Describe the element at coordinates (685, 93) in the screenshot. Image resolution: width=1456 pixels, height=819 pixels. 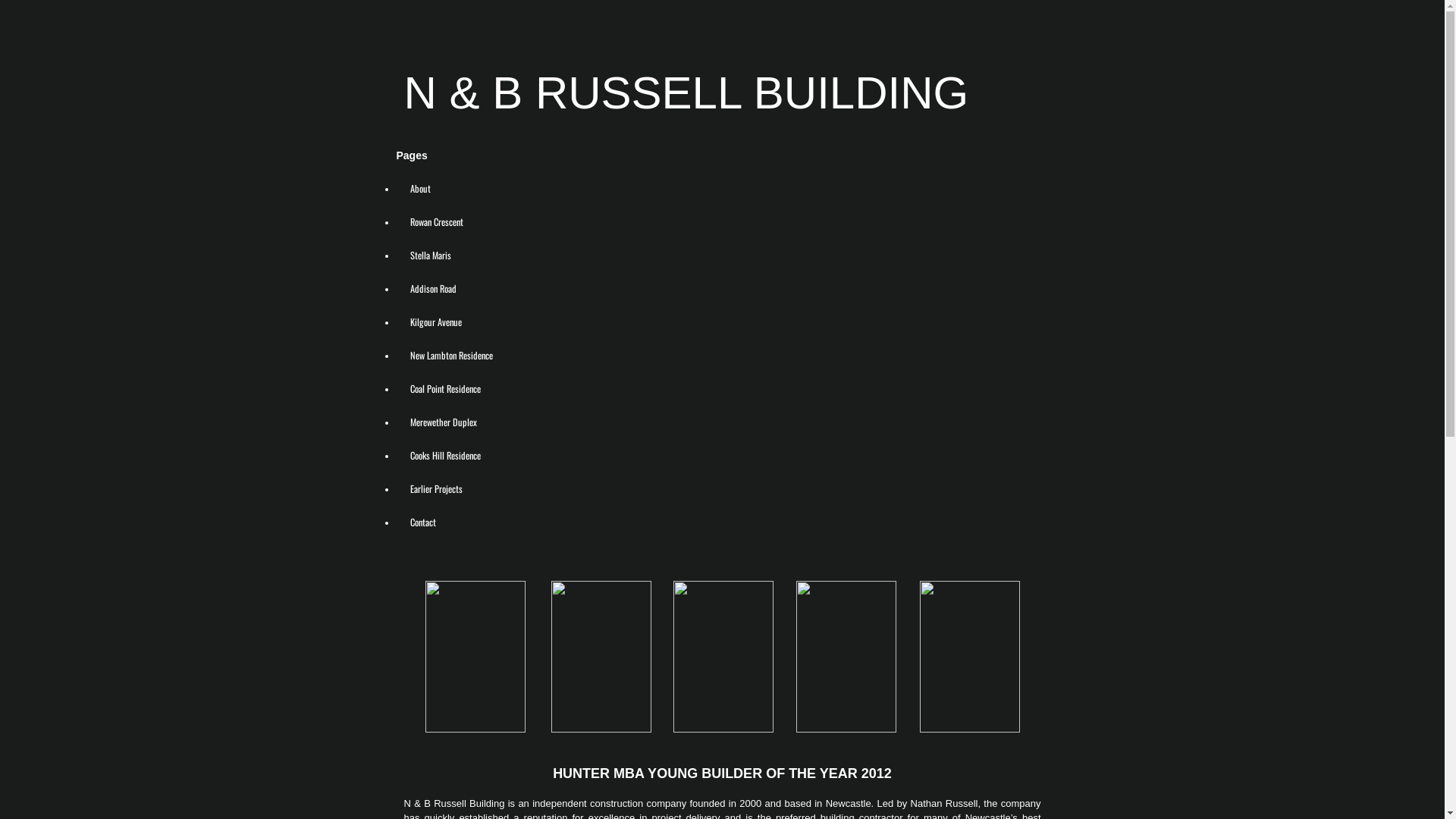
I see `'N & B RUSSELL BUILDING'` at that location.